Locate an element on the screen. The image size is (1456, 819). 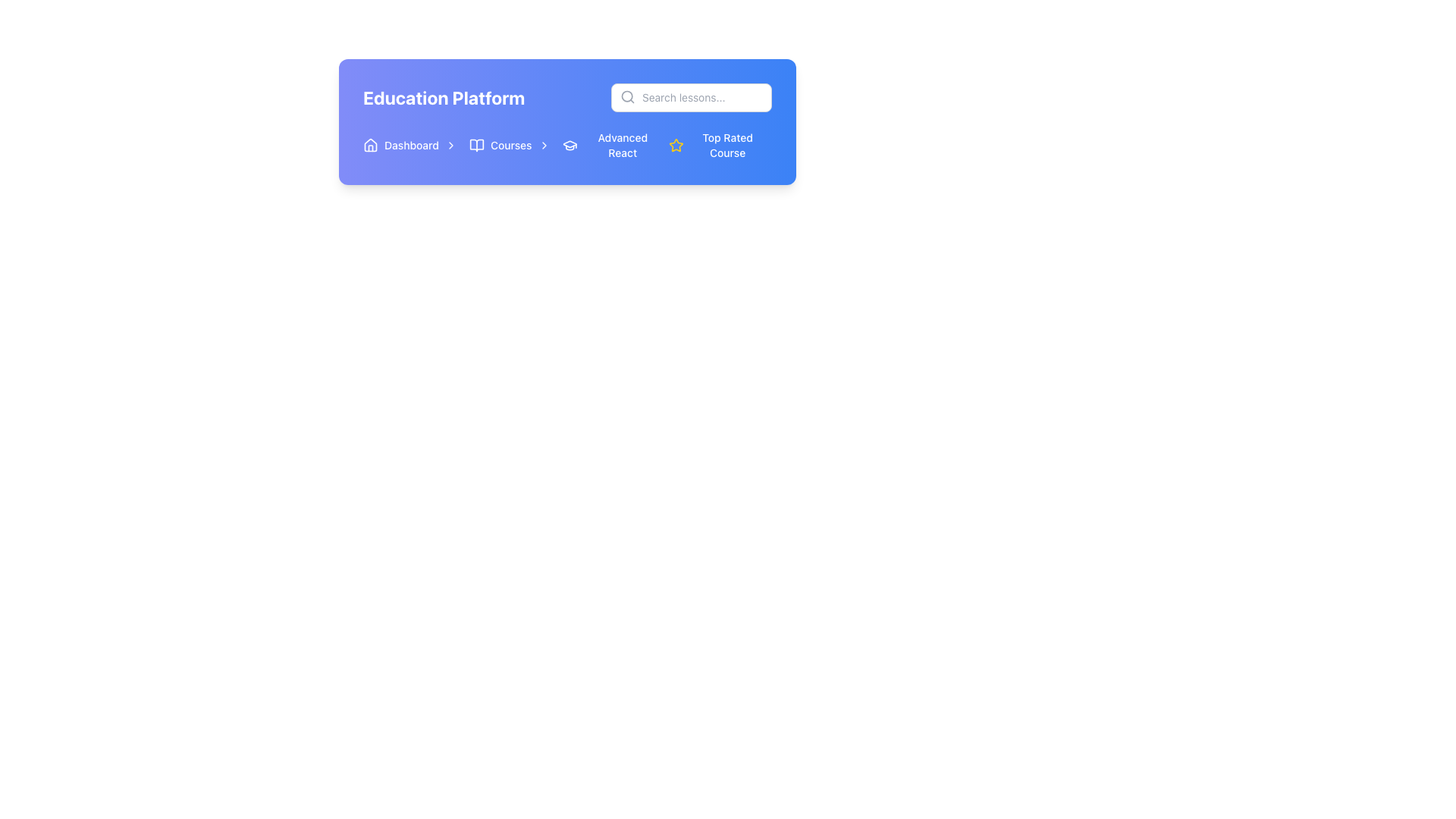
any step of the Breadcrumb navigation component is located at coordinates (566, 146).